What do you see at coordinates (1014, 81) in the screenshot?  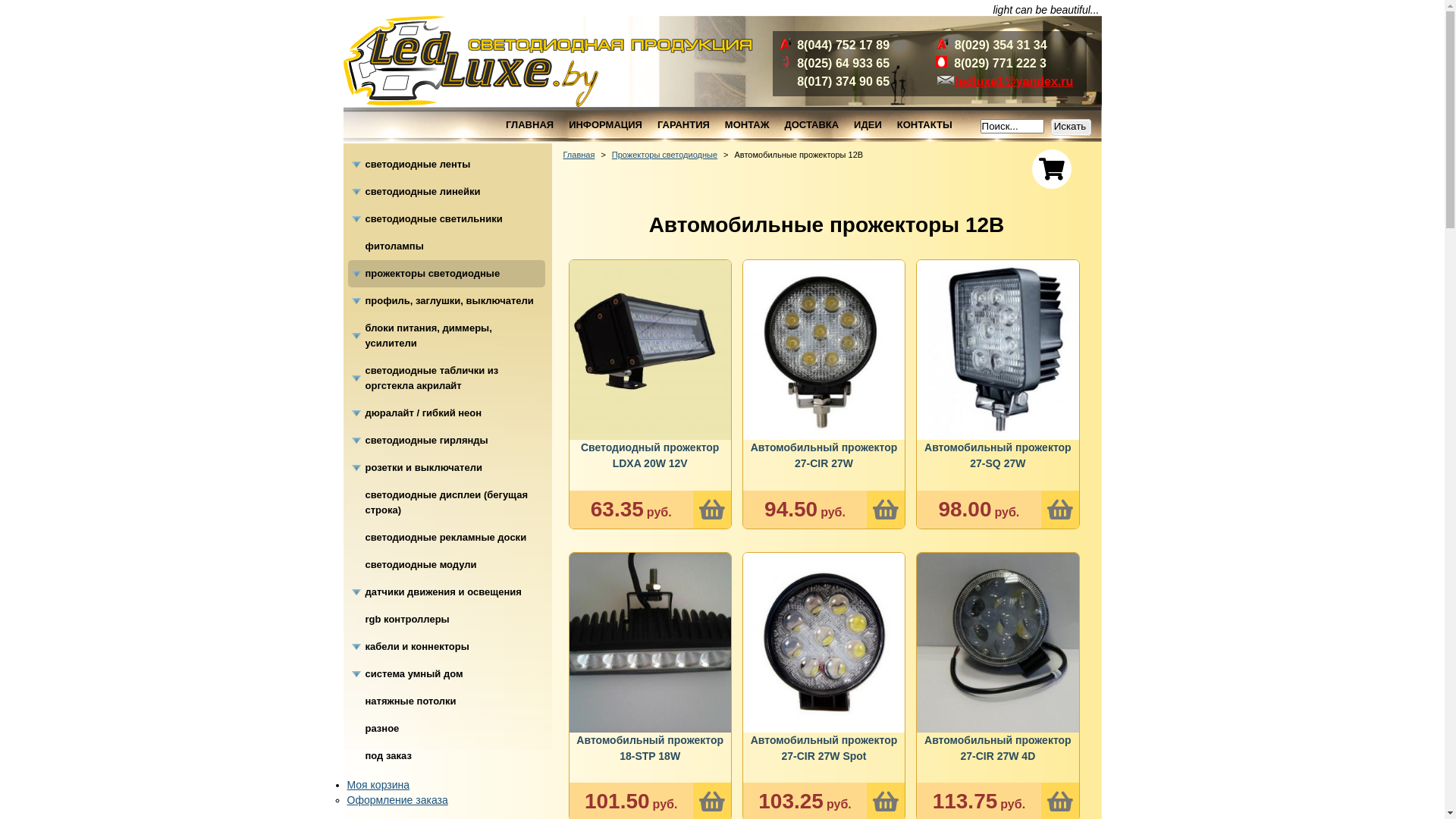 I see `'ledluxe1@yandex.ru'` at bounding box center [1014, 81].